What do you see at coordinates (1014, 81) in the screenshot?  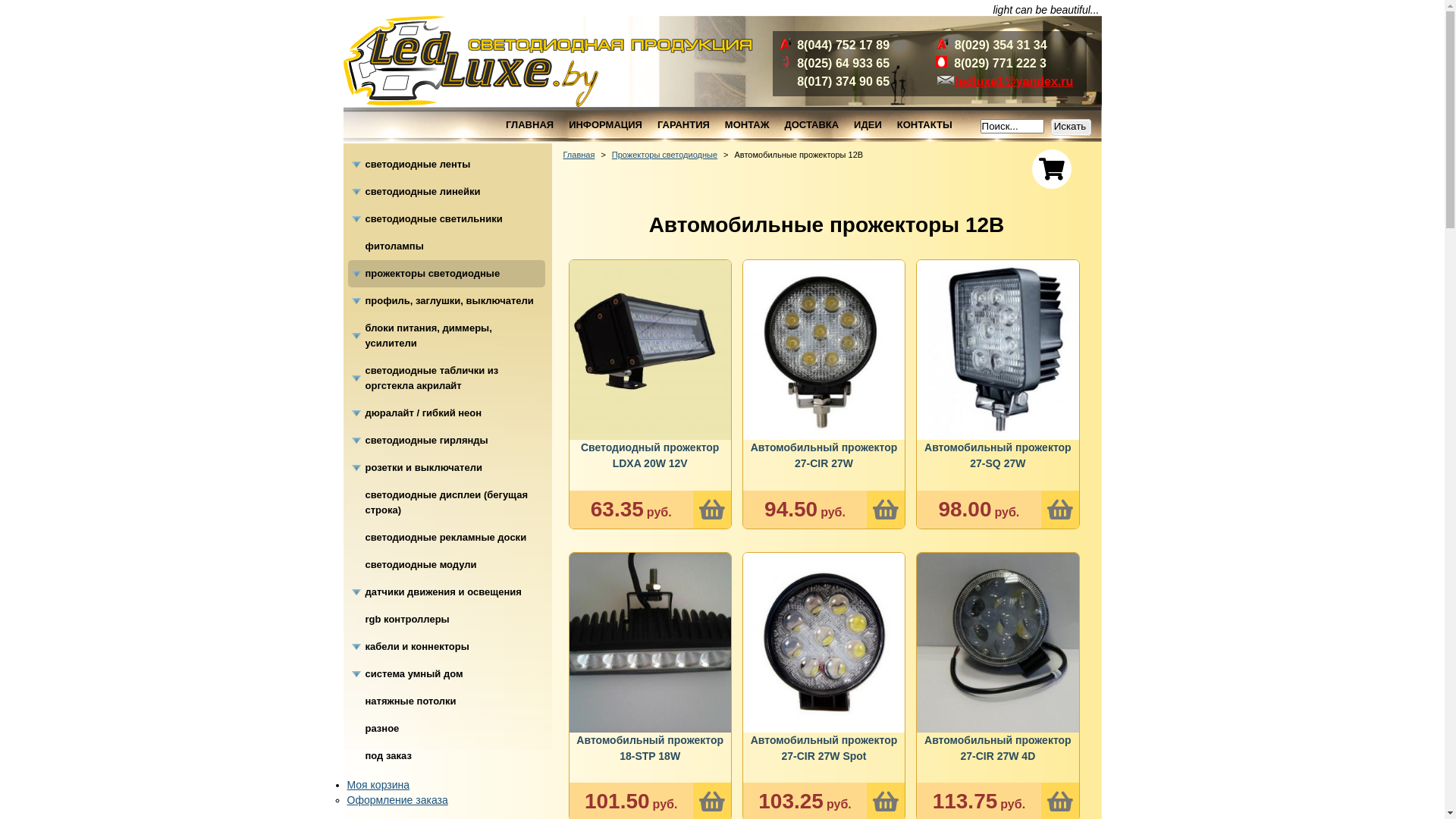 I see `'ledluxe1@yandex.ru'` at bounding box center [1014, 81].